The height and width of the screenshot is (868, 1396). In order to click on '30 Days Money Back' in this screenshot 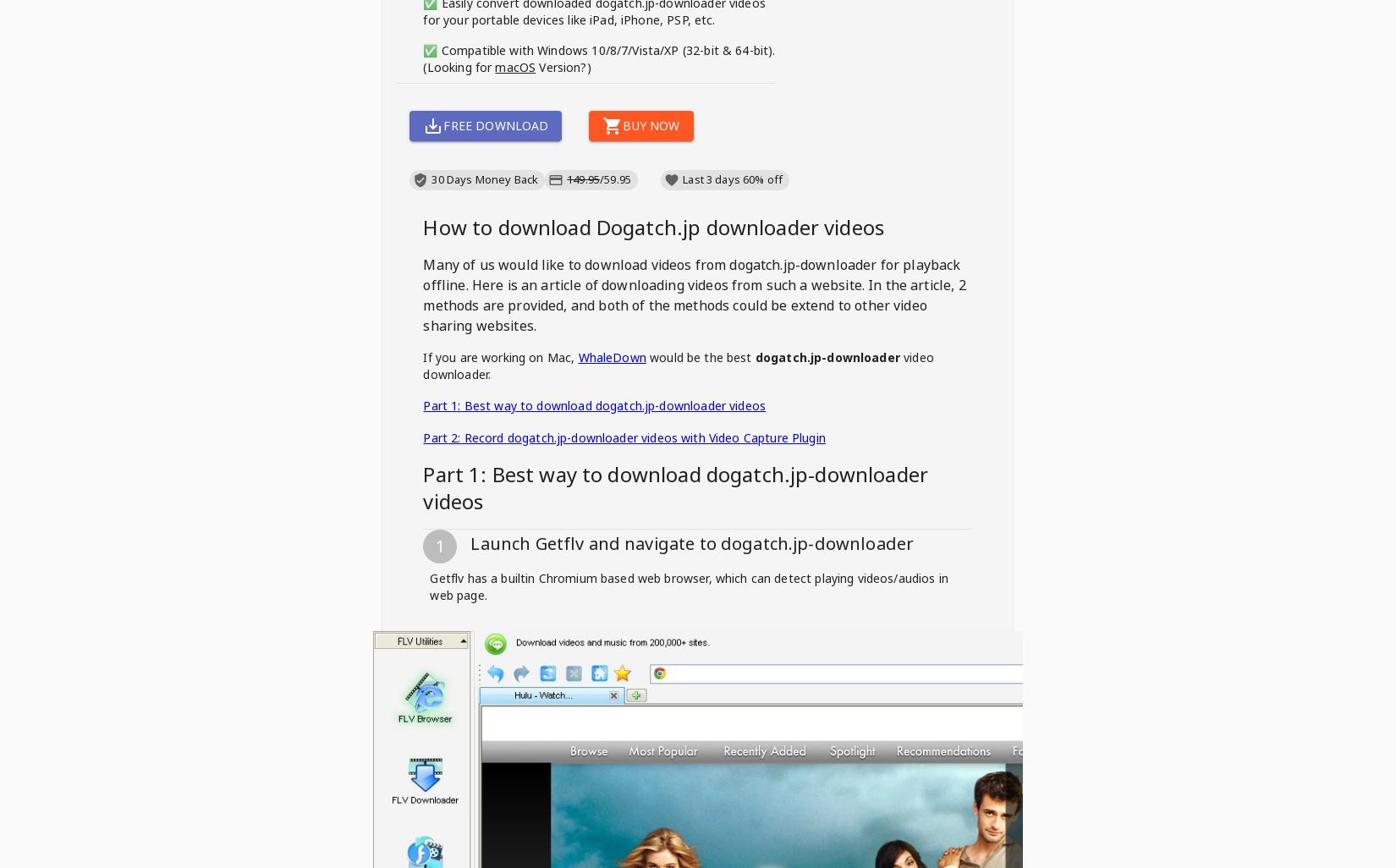, I will do `click(484, 179)`.